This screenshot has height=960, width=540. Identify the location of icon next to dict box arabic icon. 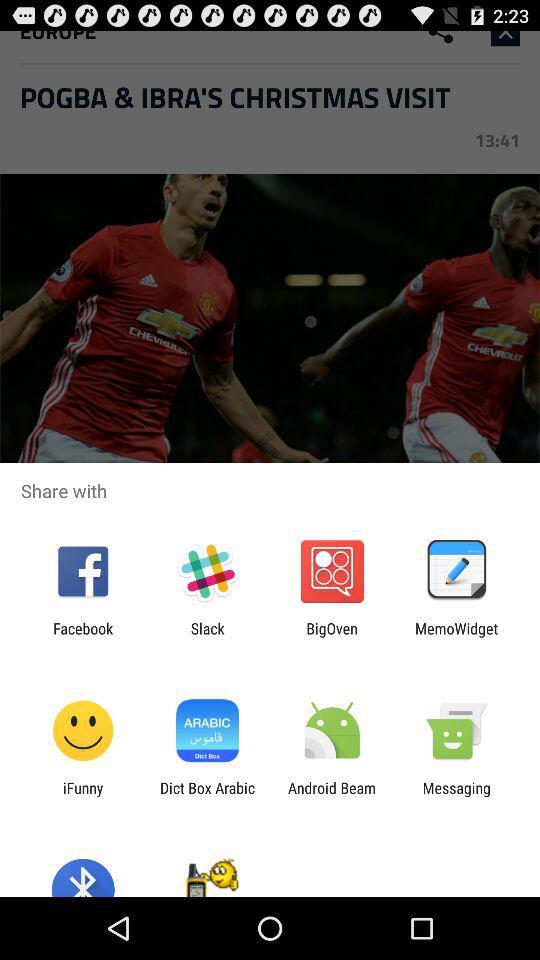
(332, 796).